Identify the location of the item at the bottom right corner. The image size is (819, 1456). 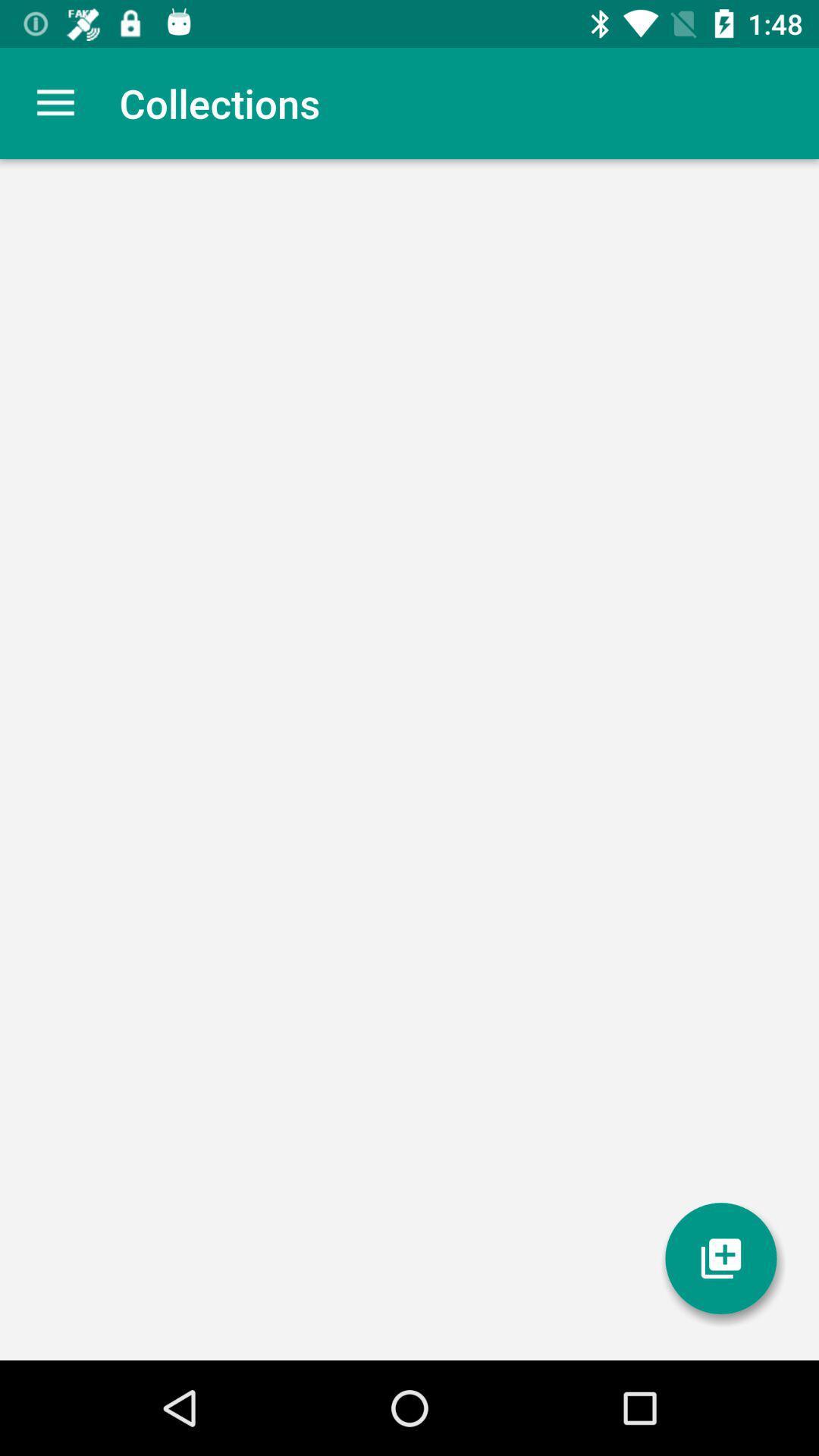
(720, 1258).